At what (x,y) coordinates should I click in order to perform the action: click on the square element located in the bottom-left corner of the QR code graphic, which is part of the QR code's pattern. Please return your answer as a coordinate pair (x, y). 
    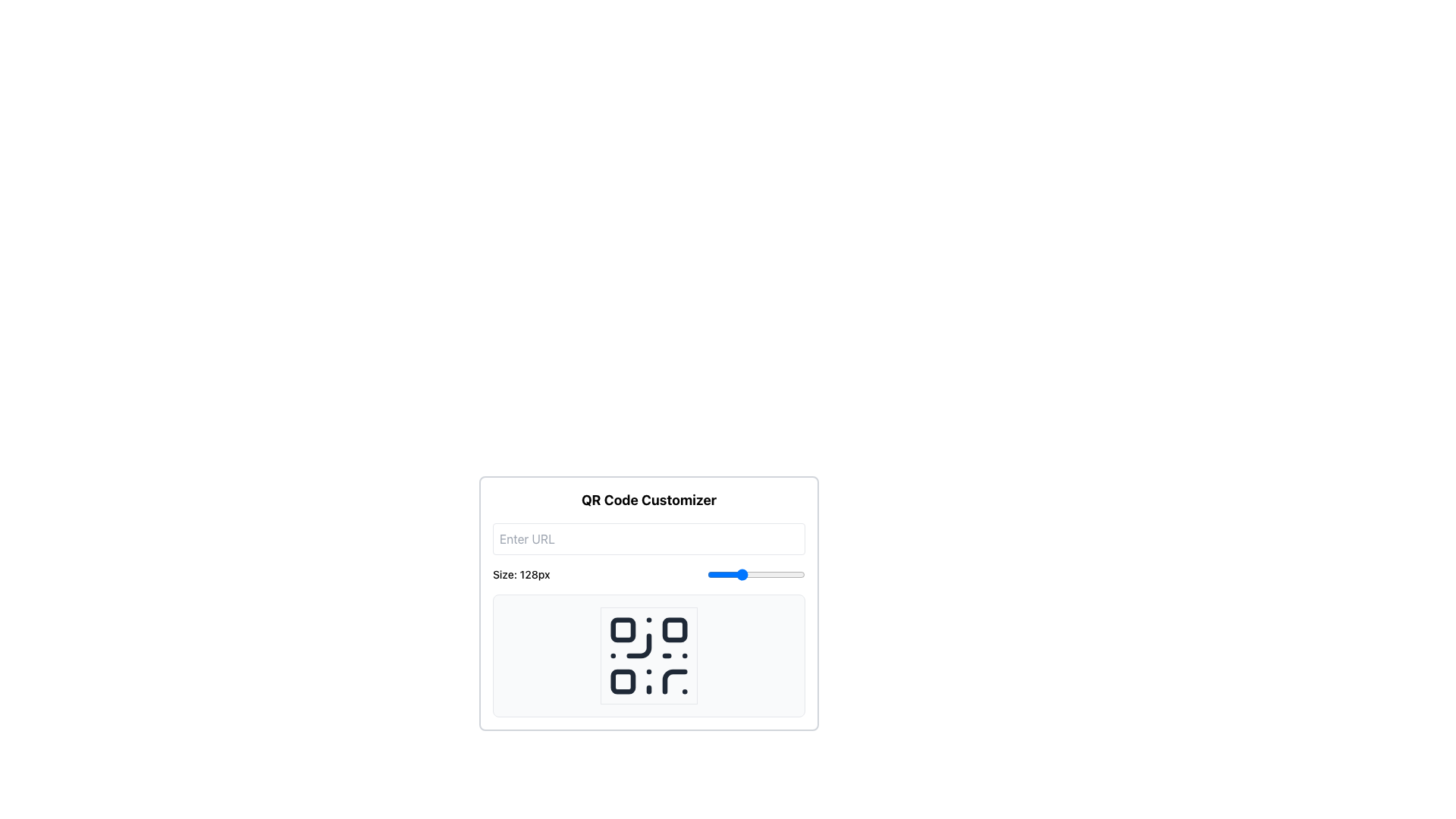
    Looking at the image, I should click on (623, 681).